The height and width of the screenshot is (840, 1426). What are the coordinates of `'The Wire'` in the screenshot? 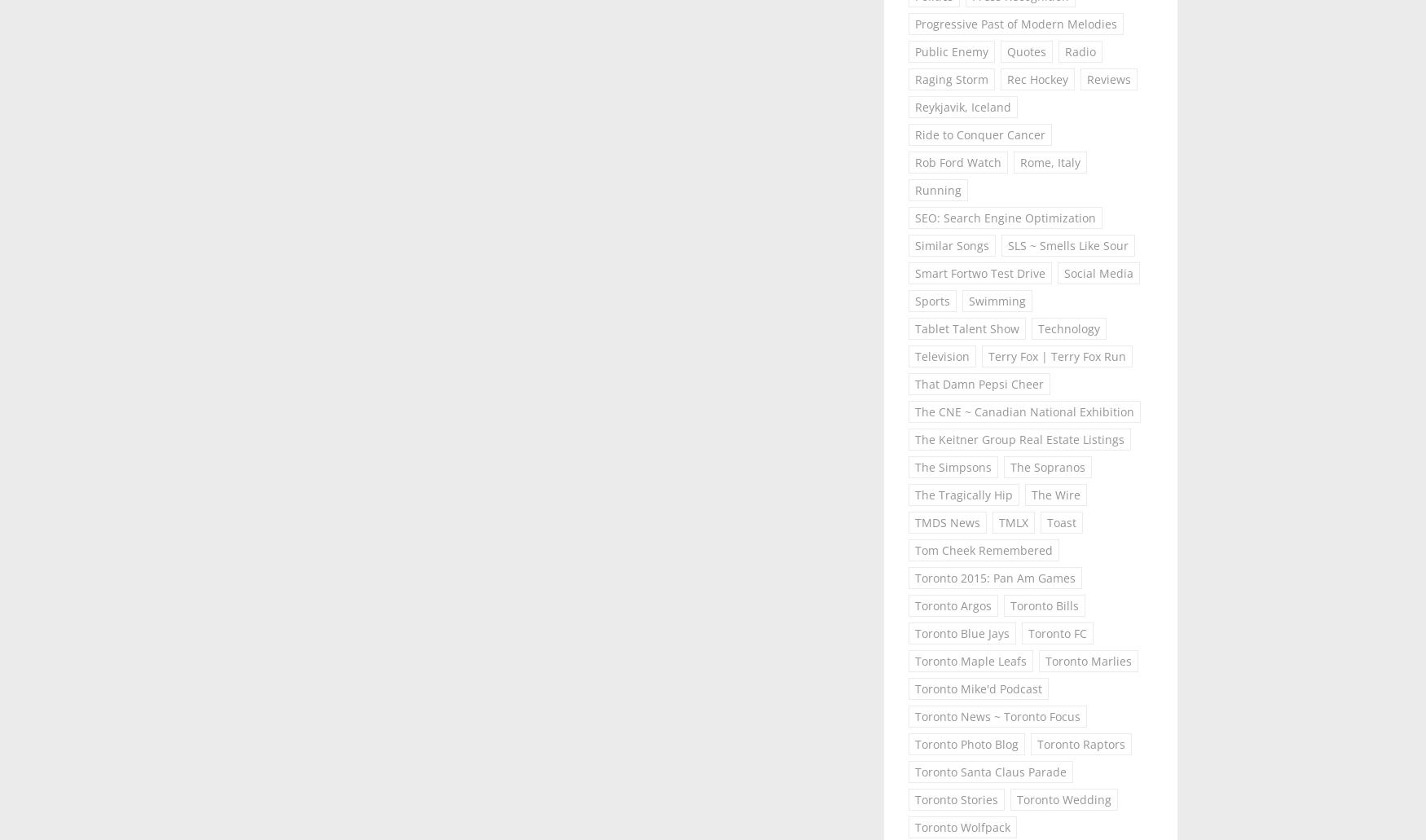 It's located at (1055, 493).